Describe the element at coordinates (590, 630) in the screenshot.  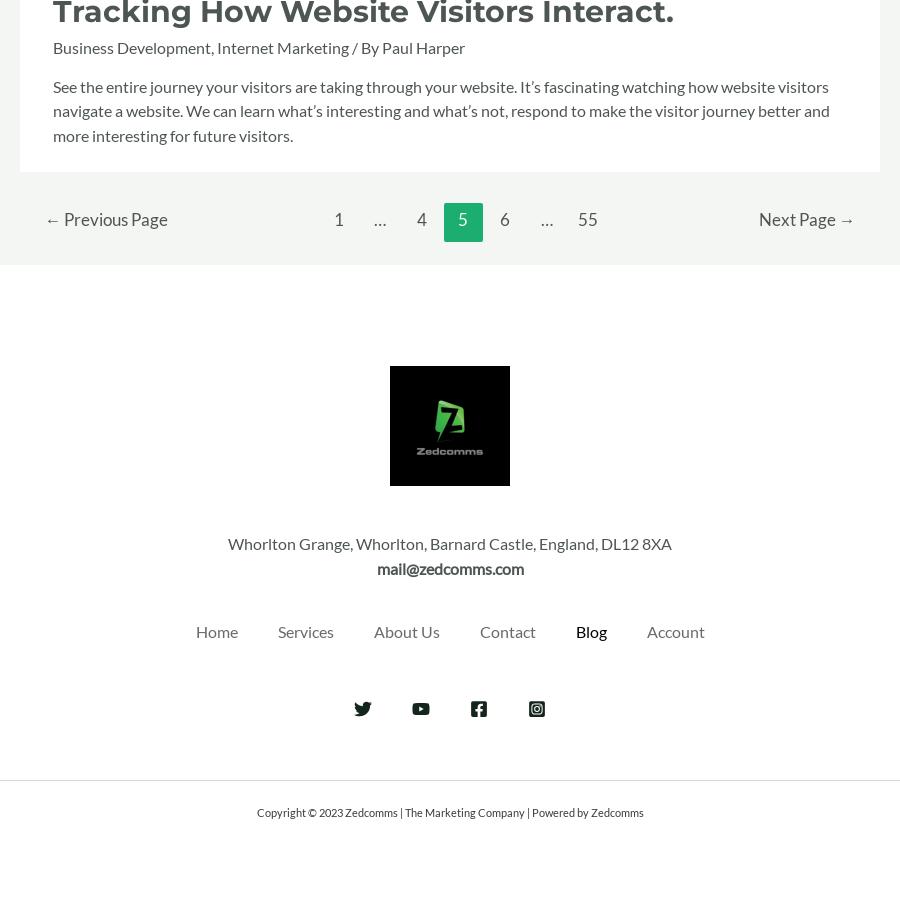
I see `'Blog'` at that location.